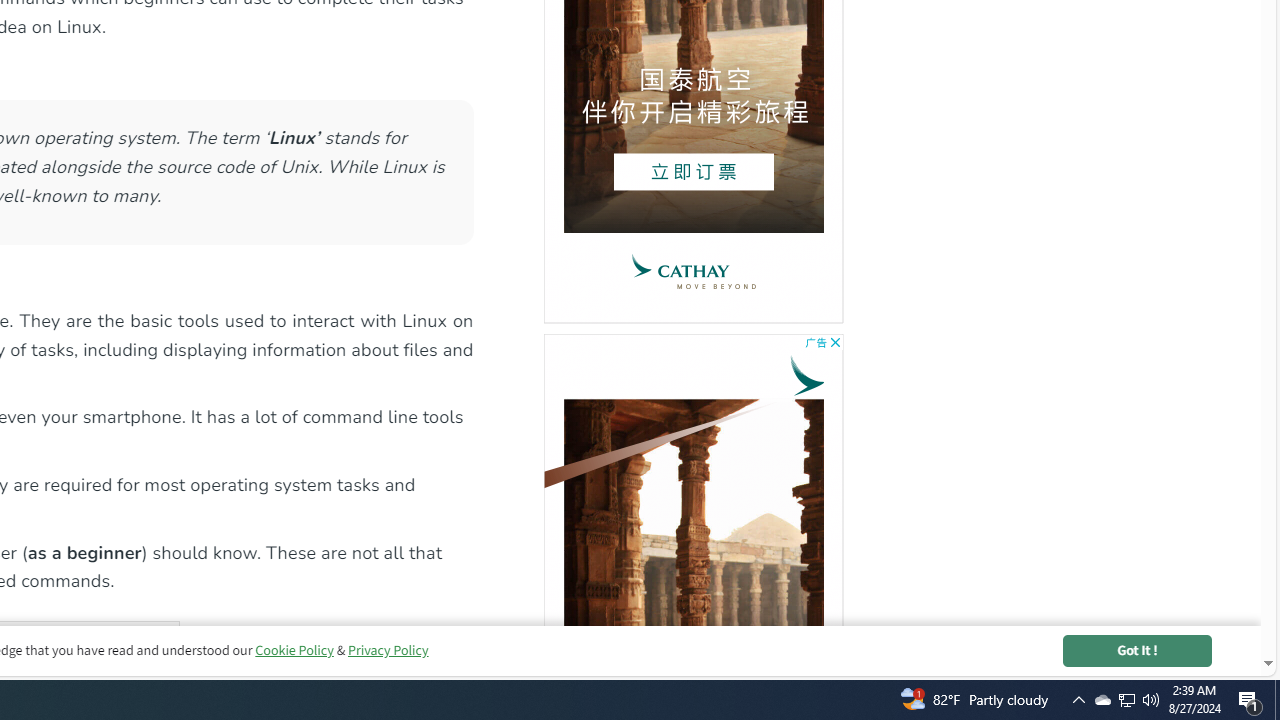  I want to click on 'AutomationID: cbb', so click(835, 341).